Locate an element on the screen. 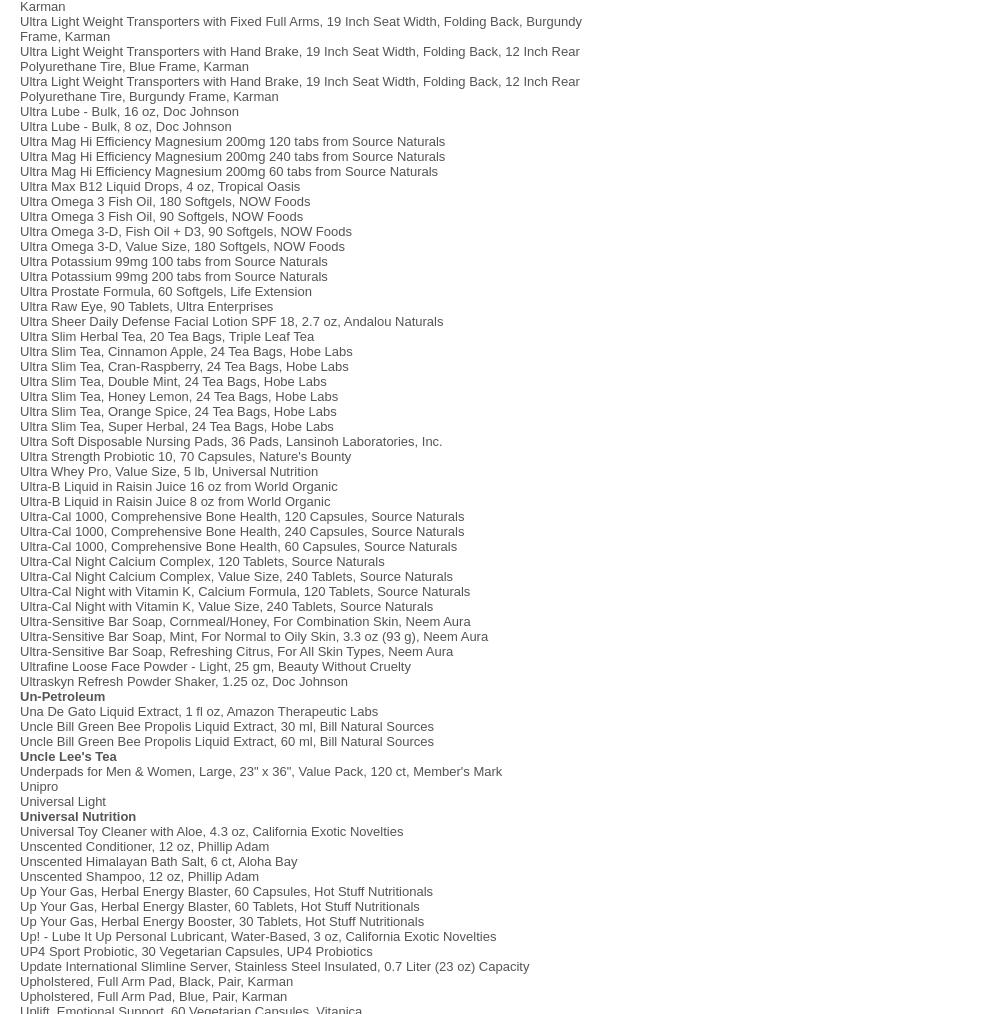  'Up Your Gas, Herbal Energy Blaster, 60 Capsules, Hot Stuff Nutritionals' is located at coordinates (225, 890).